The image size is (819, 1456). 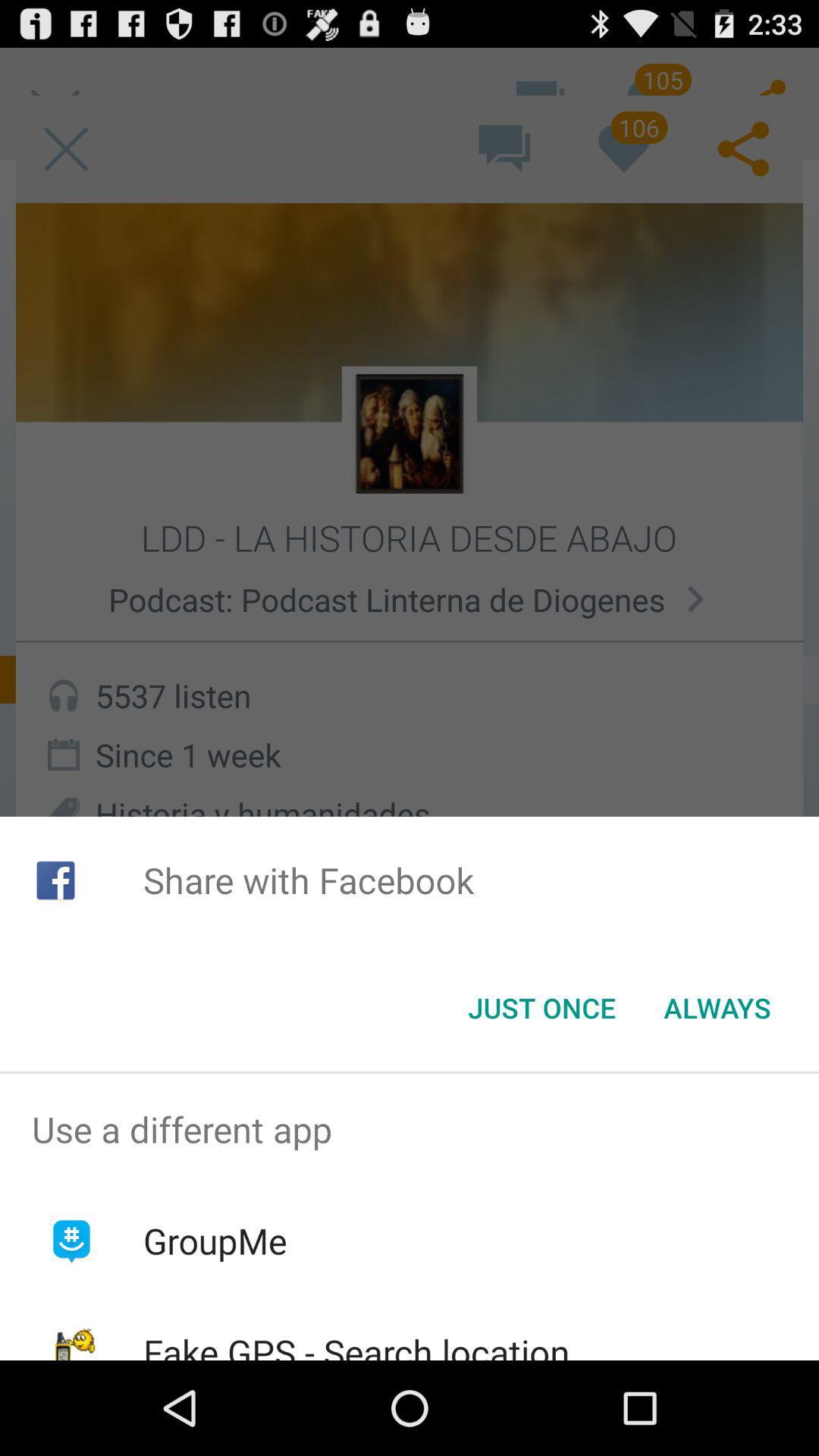 What do you see at coordinates (409, 1129) in the screenshot?
I see `icon above the groupme icon` at bounding box center [409, 1129].